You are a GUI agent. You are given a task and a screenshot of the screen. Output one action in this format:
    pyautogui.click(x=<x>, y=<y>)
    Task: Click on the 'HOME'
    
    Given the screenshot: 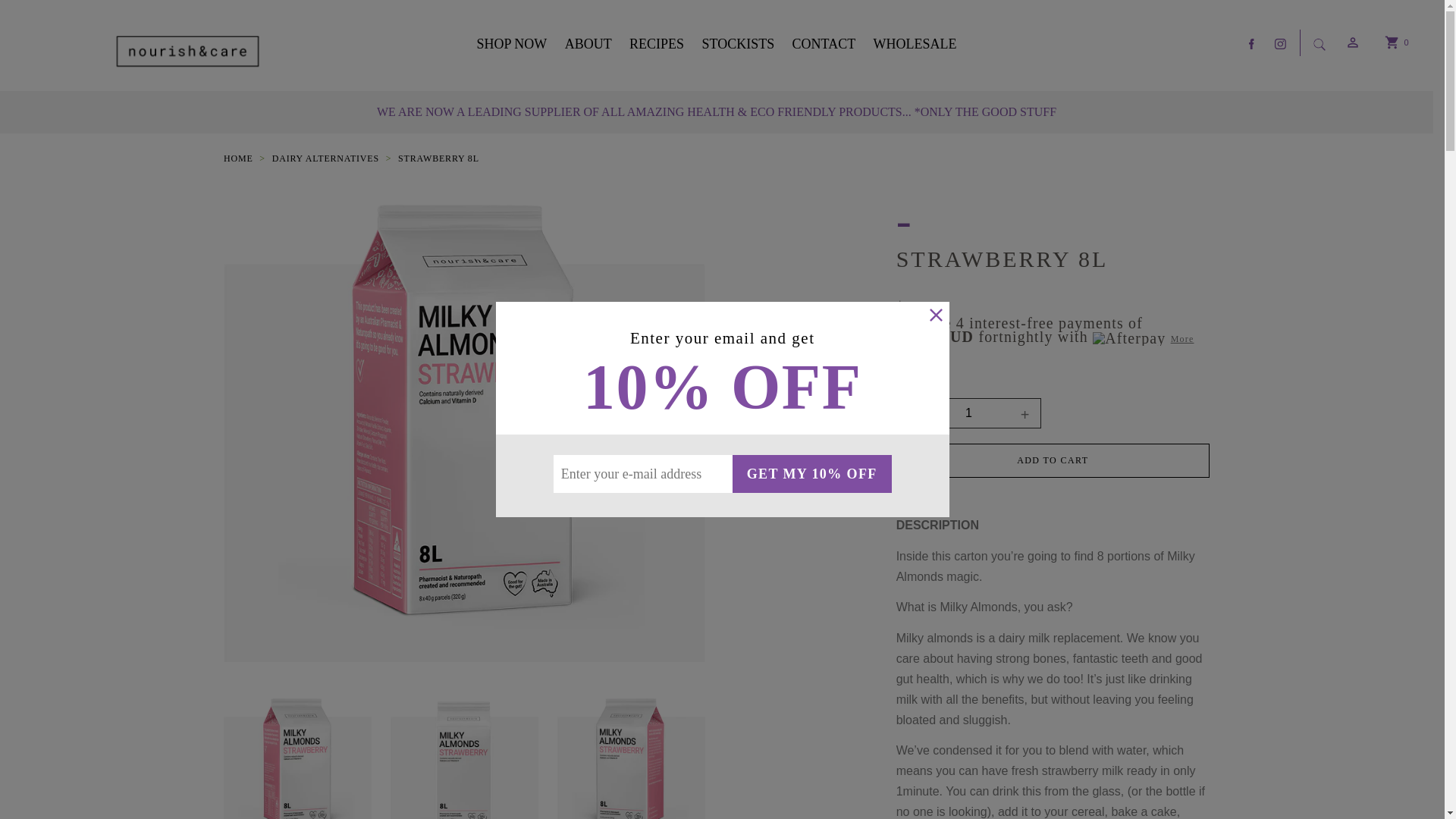 What is the action you would take?
    pyautogui.click(x=237, y=158)
    